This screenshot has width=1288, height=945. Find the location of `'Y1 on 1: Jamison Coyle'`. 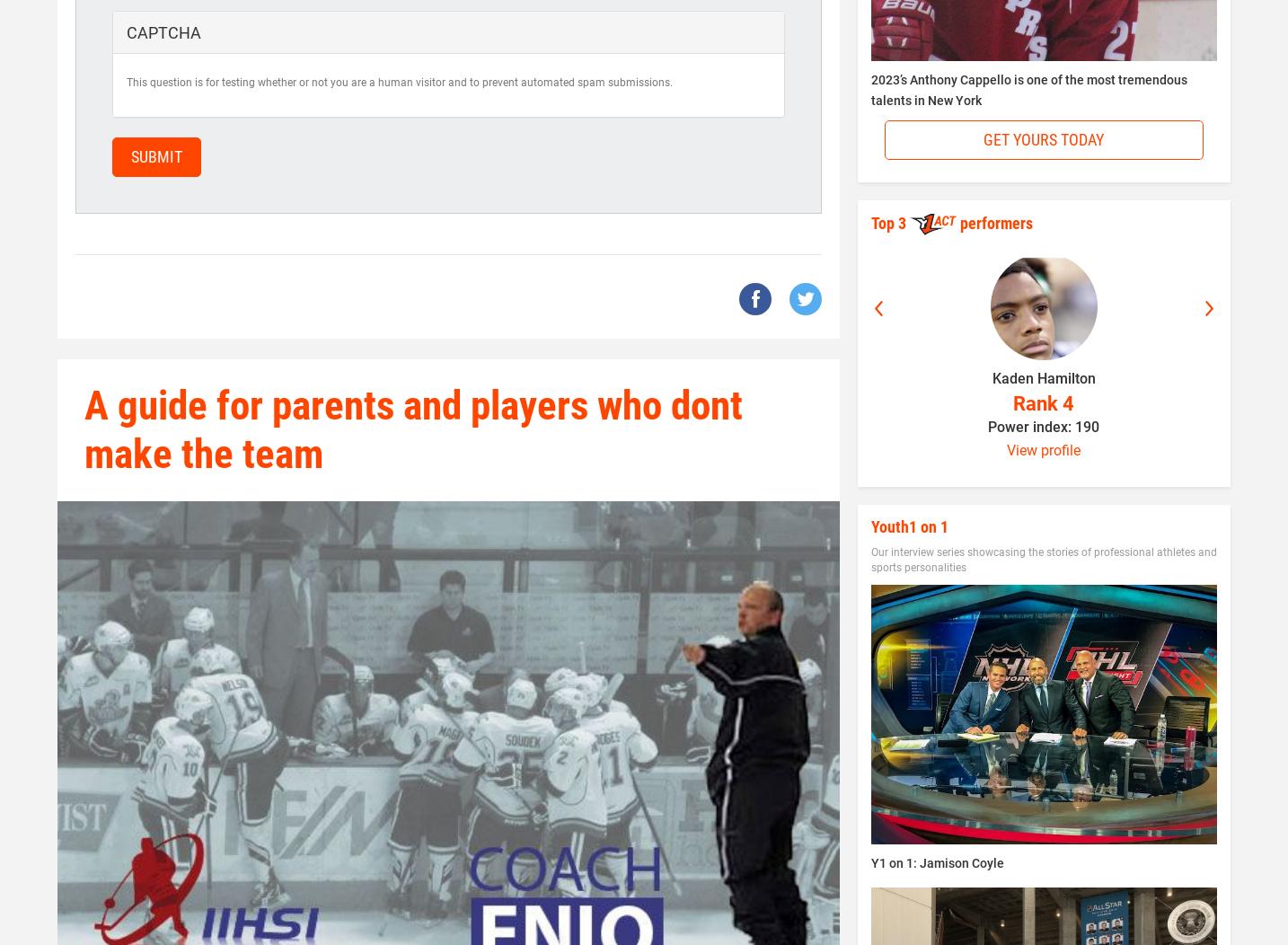

'Y1 on 1: Jamison Coyle' is located at coordinates (935, 862).